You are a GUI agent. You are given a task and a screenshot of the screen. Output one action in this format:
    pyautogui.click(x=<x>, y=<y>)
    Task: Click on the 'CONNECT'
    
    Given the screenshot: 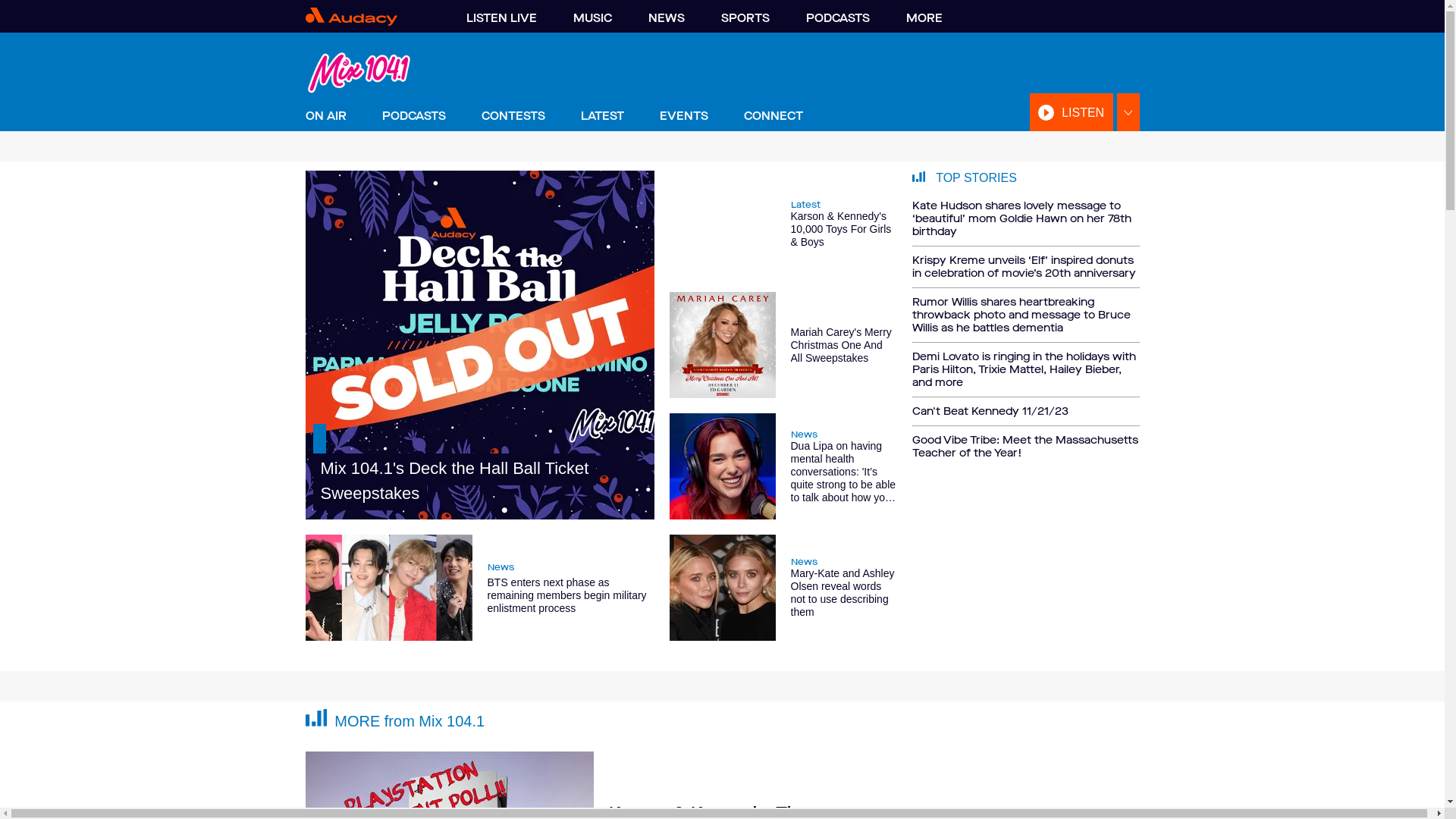 What is the action you would take?
    pyautogui.click(x=772, y=115)
    